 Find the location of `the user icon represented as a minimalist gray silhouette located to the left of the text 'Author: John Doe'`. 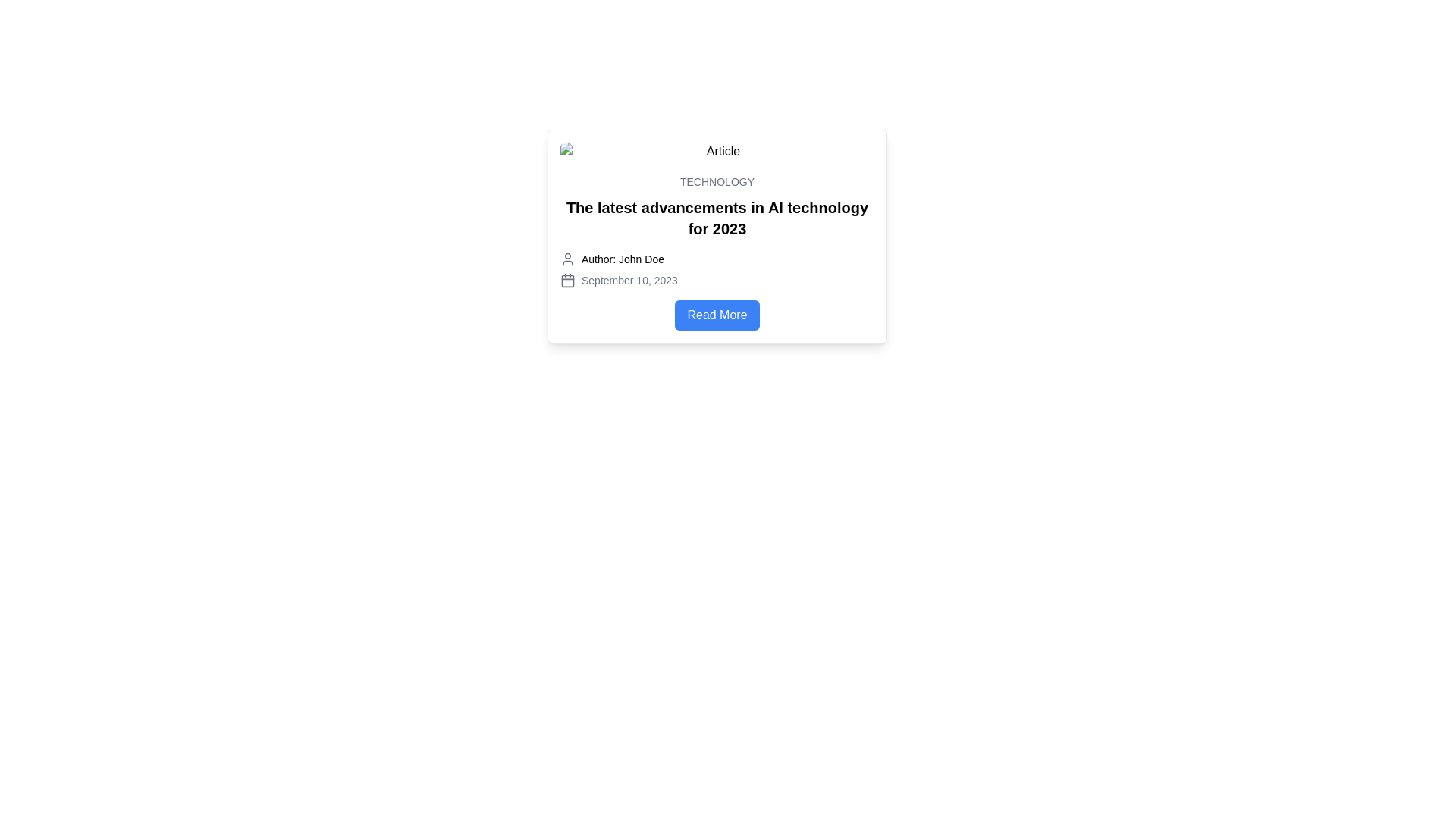

the user icon represented as a minimalist gray silhouette located to the left of the text 'Author: John Doe' is located at coordinates (566, 259).